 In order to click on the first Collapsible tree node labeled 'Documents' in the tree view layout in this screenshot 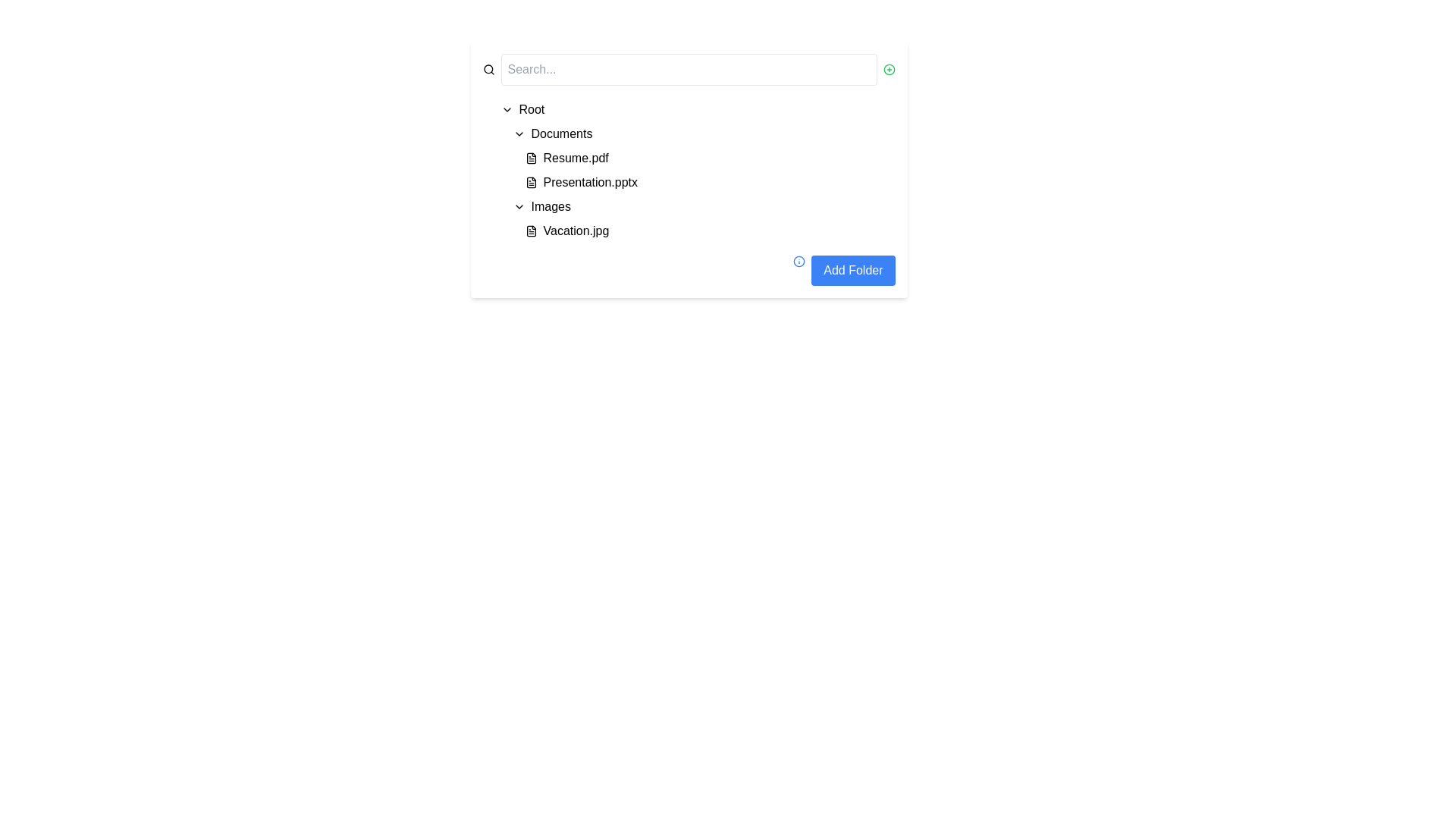, I will do `click(700, 133)`.